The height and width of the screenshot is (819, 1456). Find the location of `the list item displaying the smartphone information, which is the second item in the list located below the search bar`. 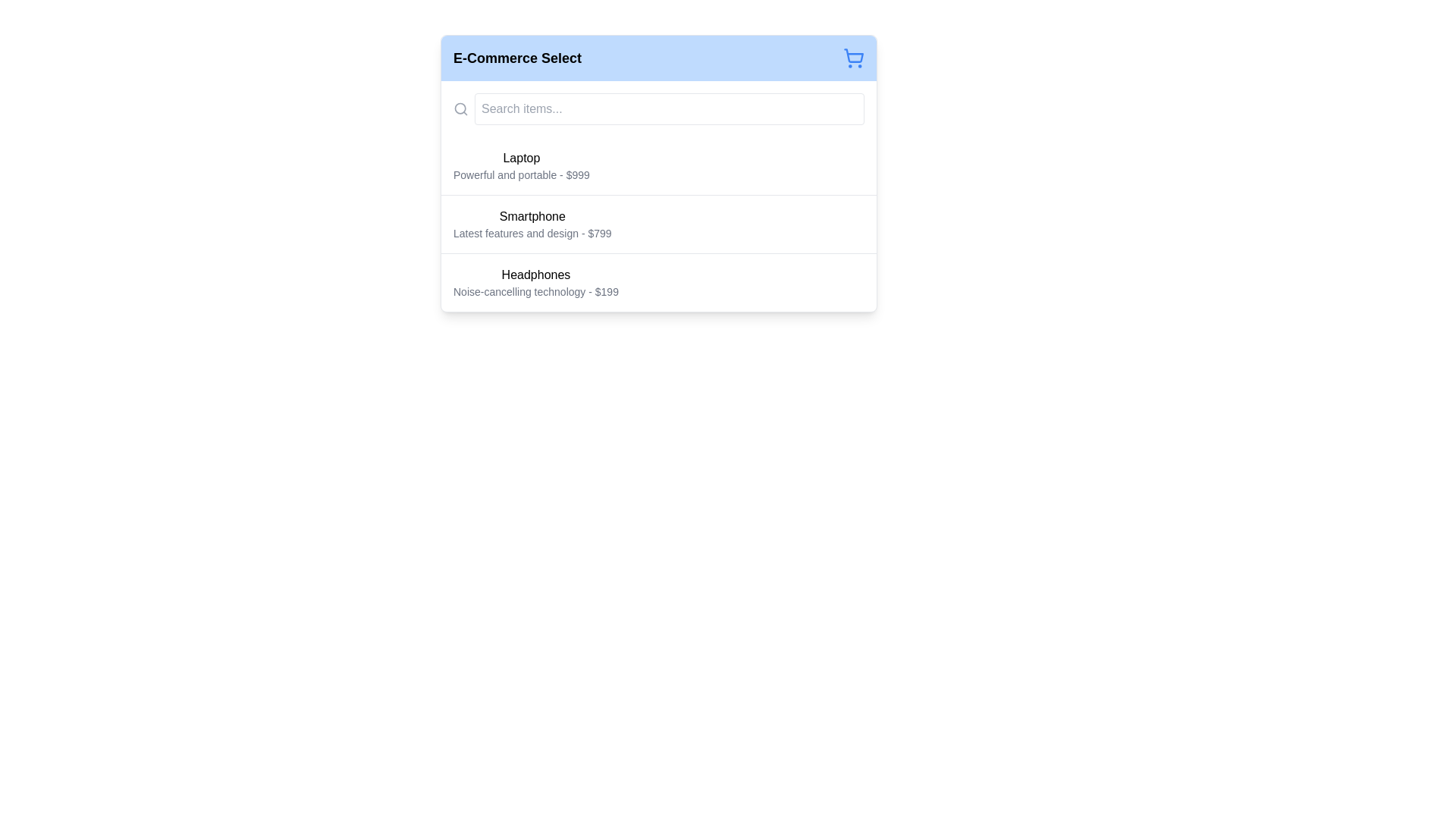

the list item displaying the smartphone information, which is the second item in the list located below the search bar is located at coordinates (658, 224).